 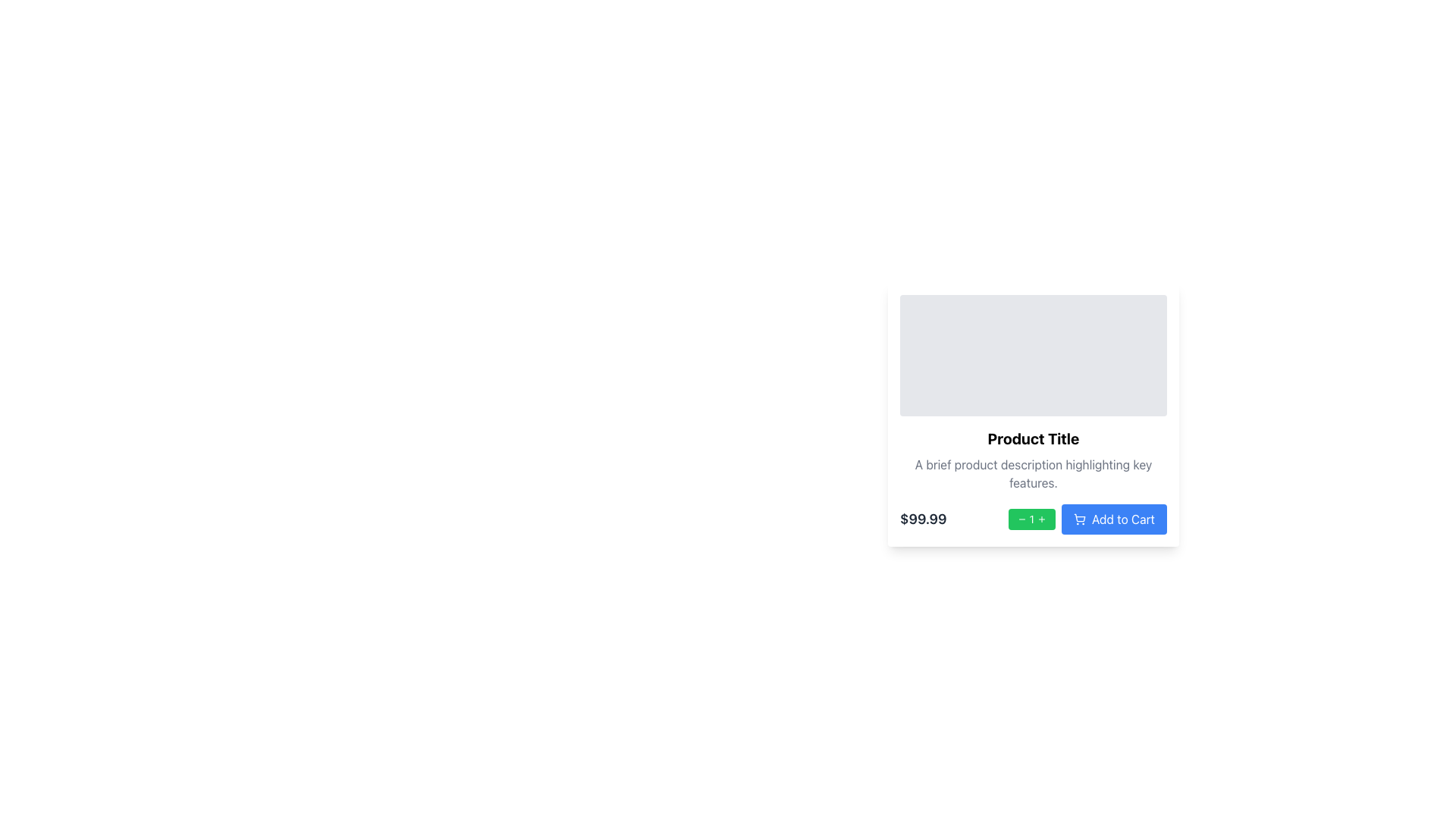 I want to click on the 'Product Title' text label which is bold and large, located below the gray rectangular placeholder area, so click(x=1033, y=438).